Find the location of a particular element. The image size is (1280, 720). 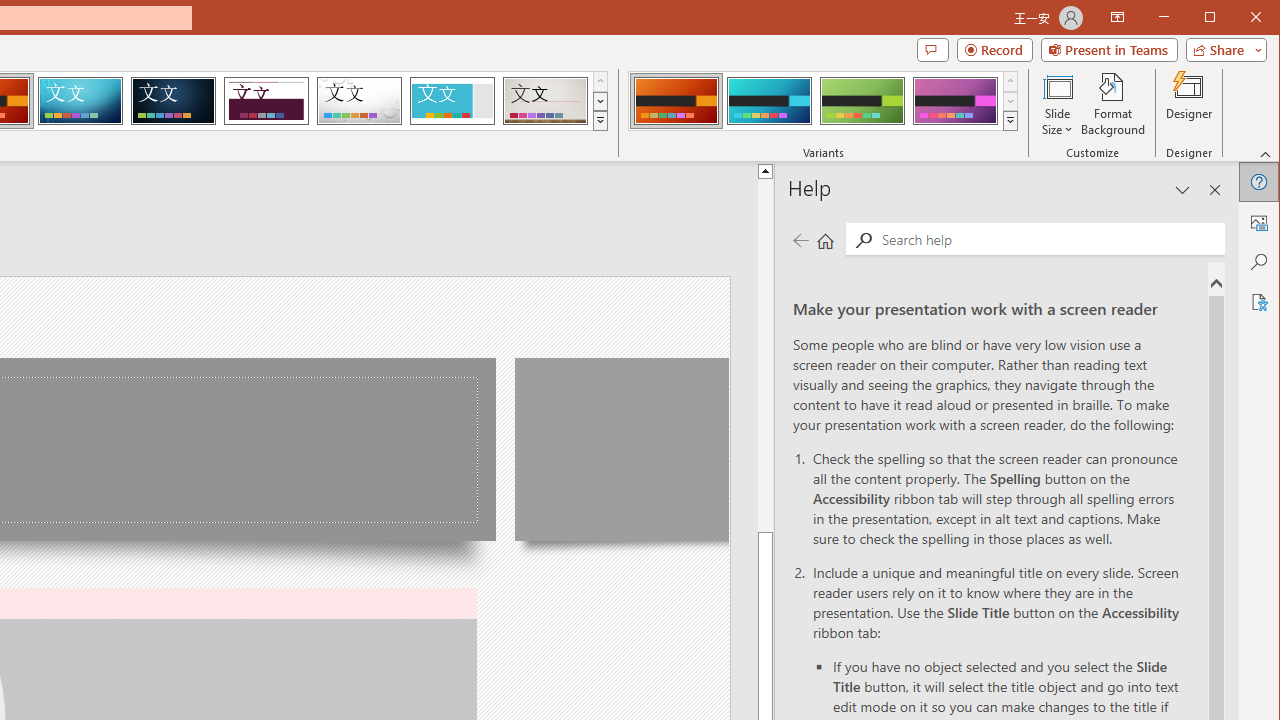

'Berlin Variant 3' is located at coordinates (862, 100).